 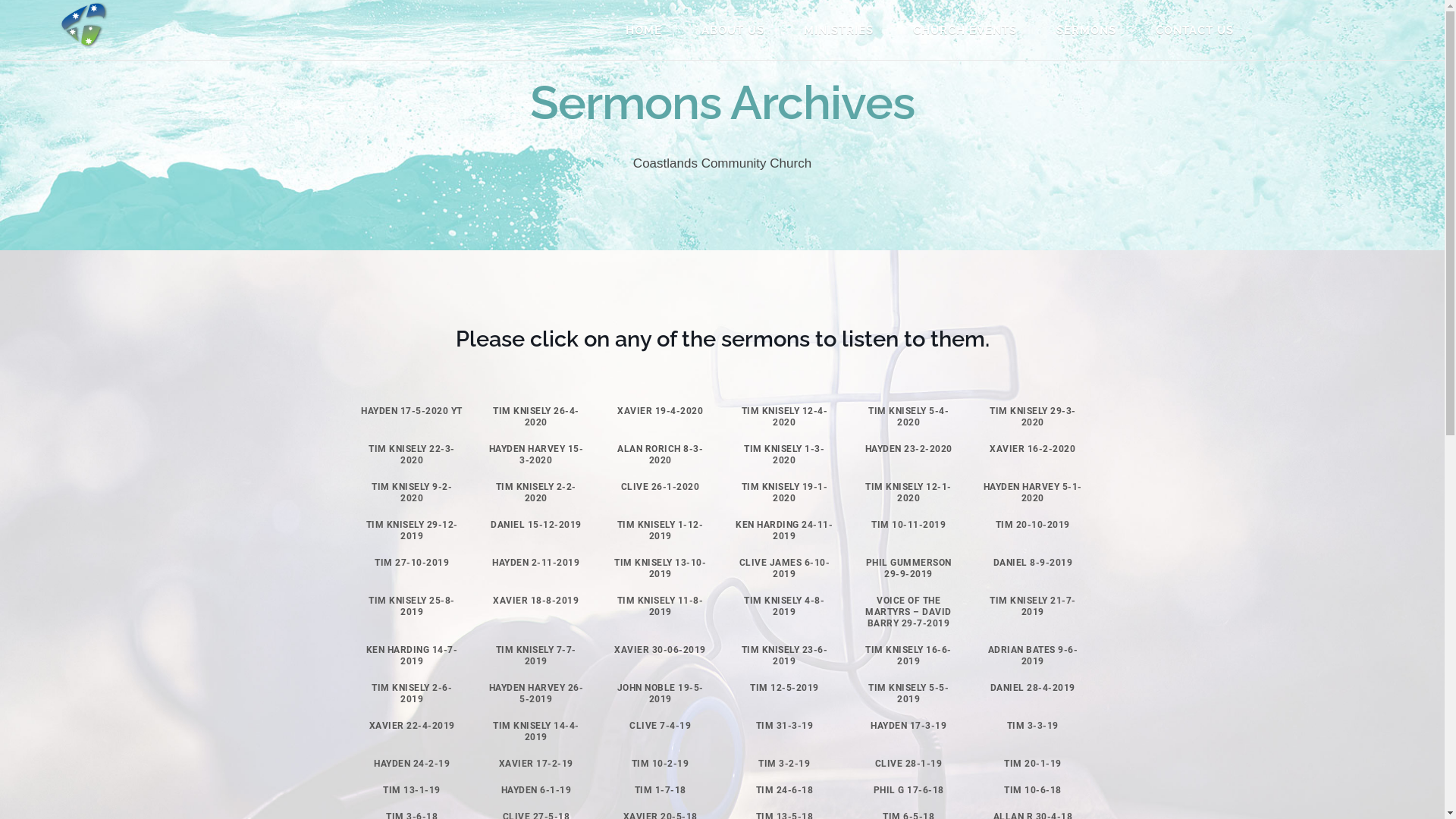 I want to click on 'HOME', so click(x=650, y=30).